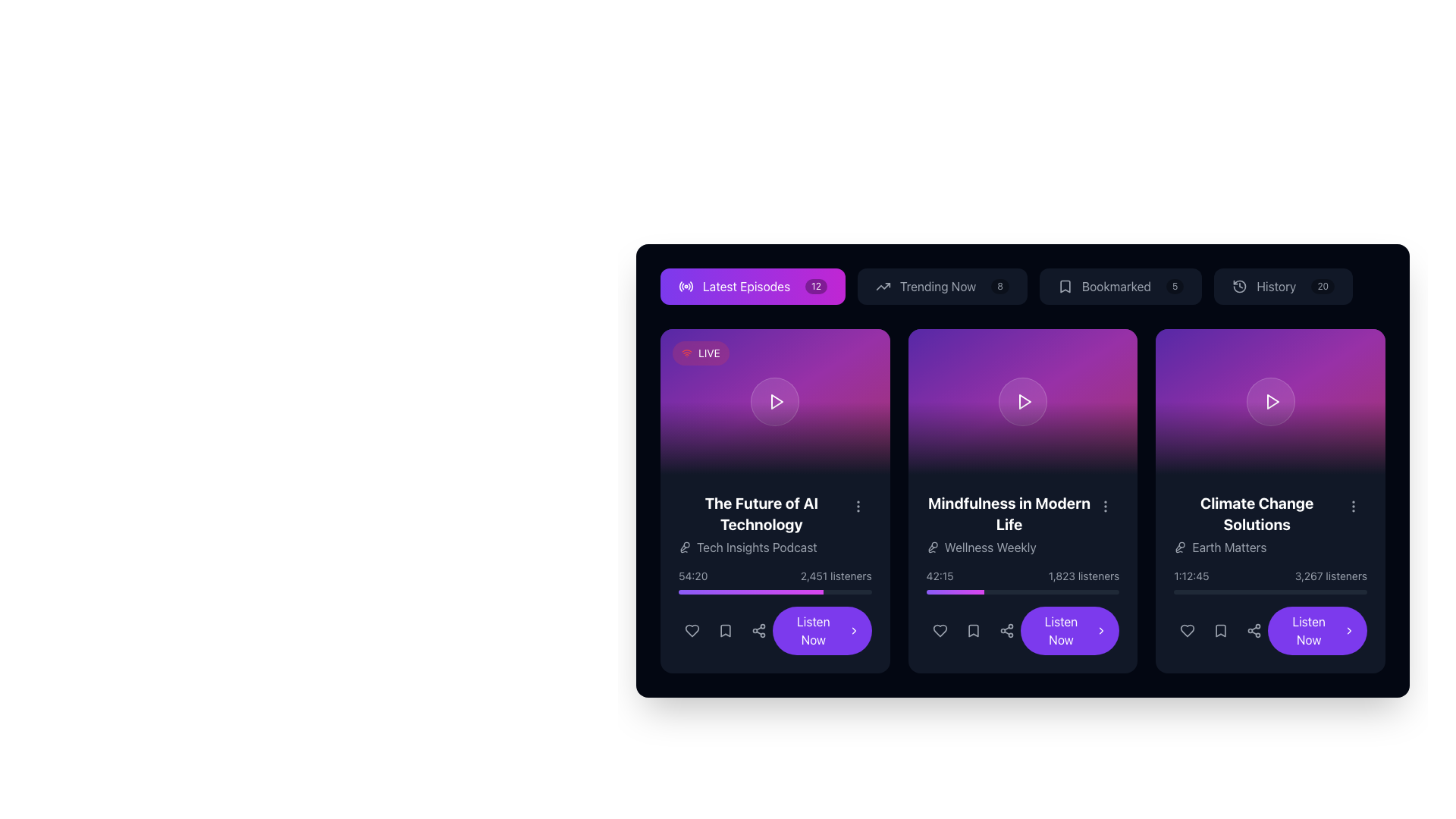 The height and width of the screenshot is (819, 1456). I want to click on the chevron icon located to the right of the 'Listen Now' text within the rounded button at the bottom of the 'Climate Change Solutions' card, so click(1101, 631).